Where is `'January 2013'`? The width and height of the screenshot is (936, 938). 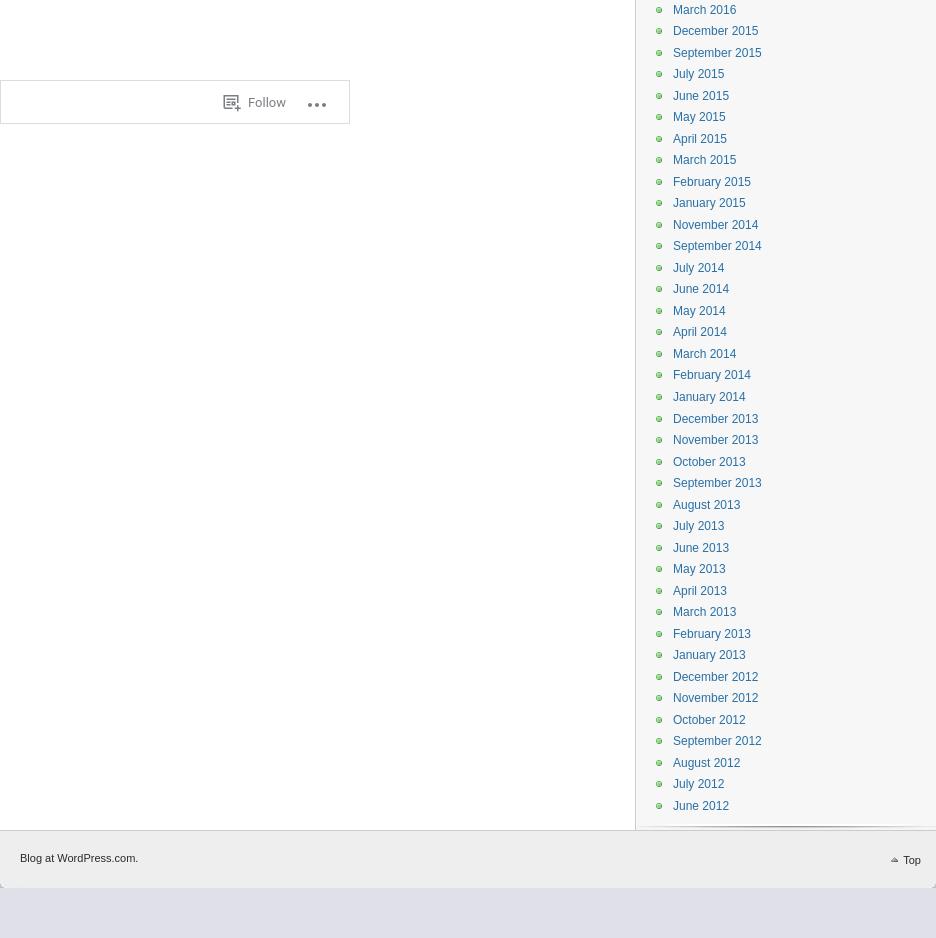
'January 2013' is located at coordinates (708, 654).